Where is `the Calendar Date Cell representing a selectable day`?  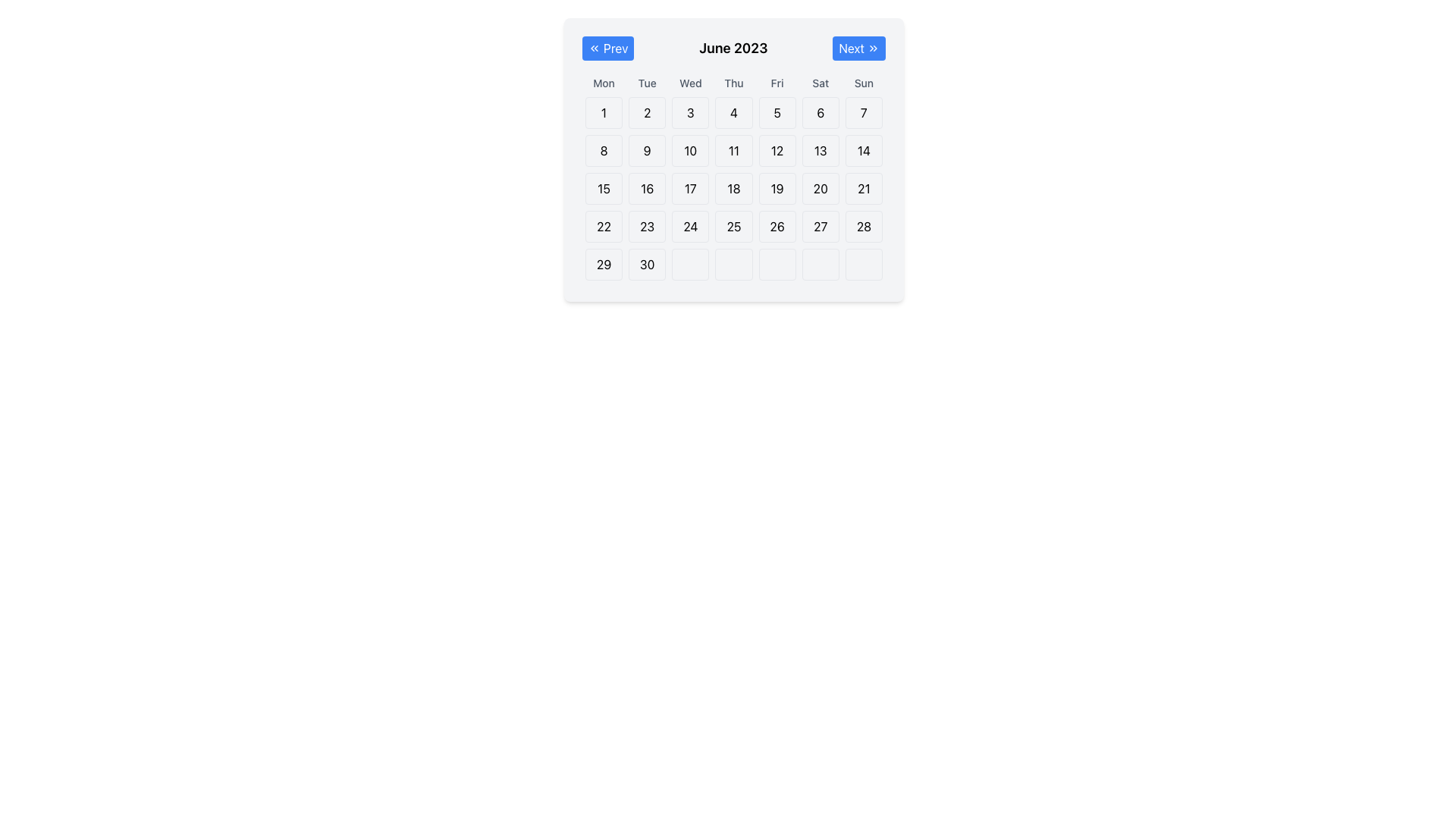
the Calendar Date Cell representing a selectable day is located at coordinates (689, 227).